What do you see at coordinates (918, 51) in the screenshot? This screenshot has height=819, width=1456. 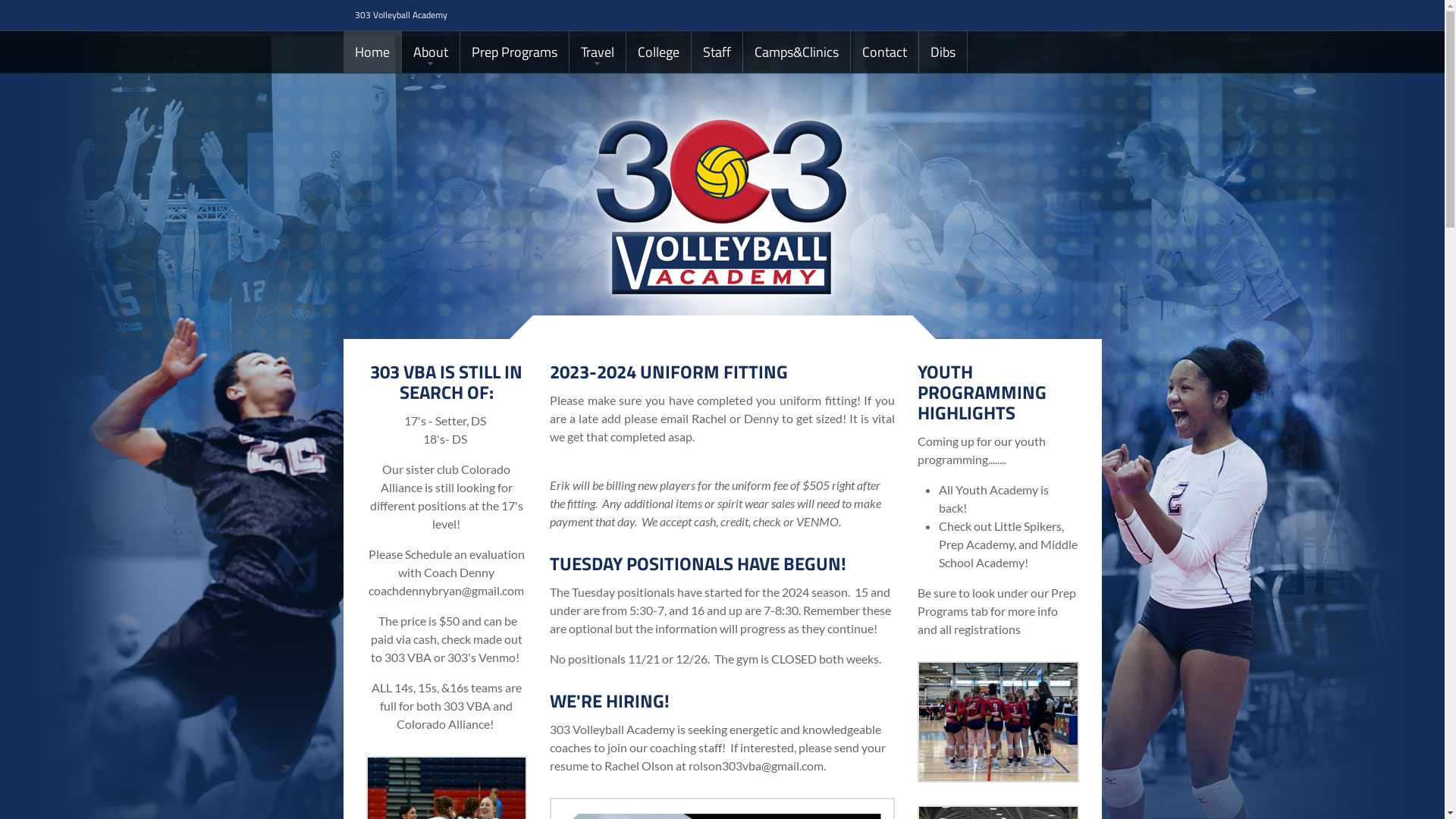 I see `'Dibs'` at bounding box center [918, 51].